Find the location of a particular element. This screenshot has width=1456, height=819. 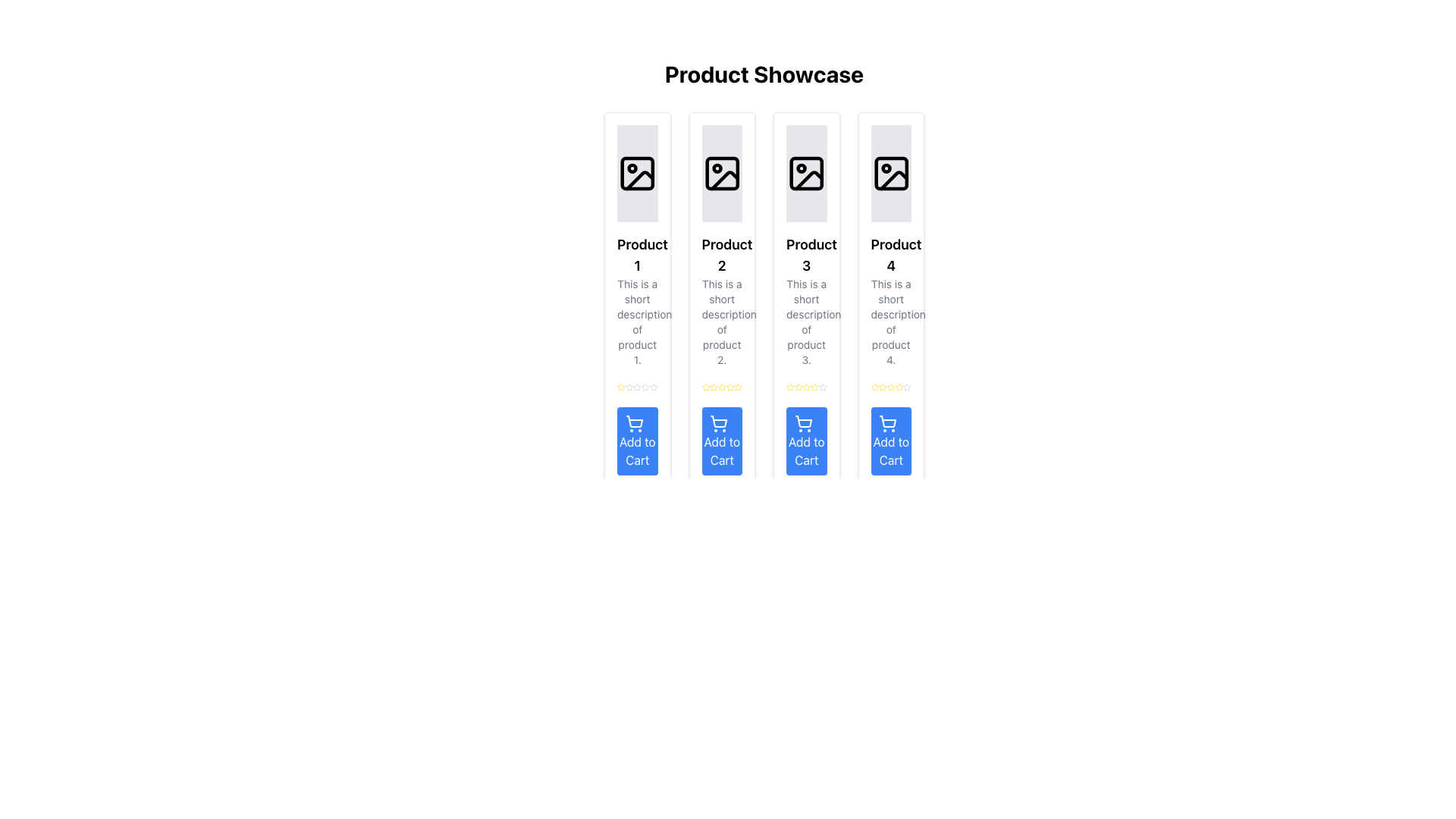

the star rating indicator associated with 'Product 3' to interact and provide a rating is located at coordinates (805, 385).